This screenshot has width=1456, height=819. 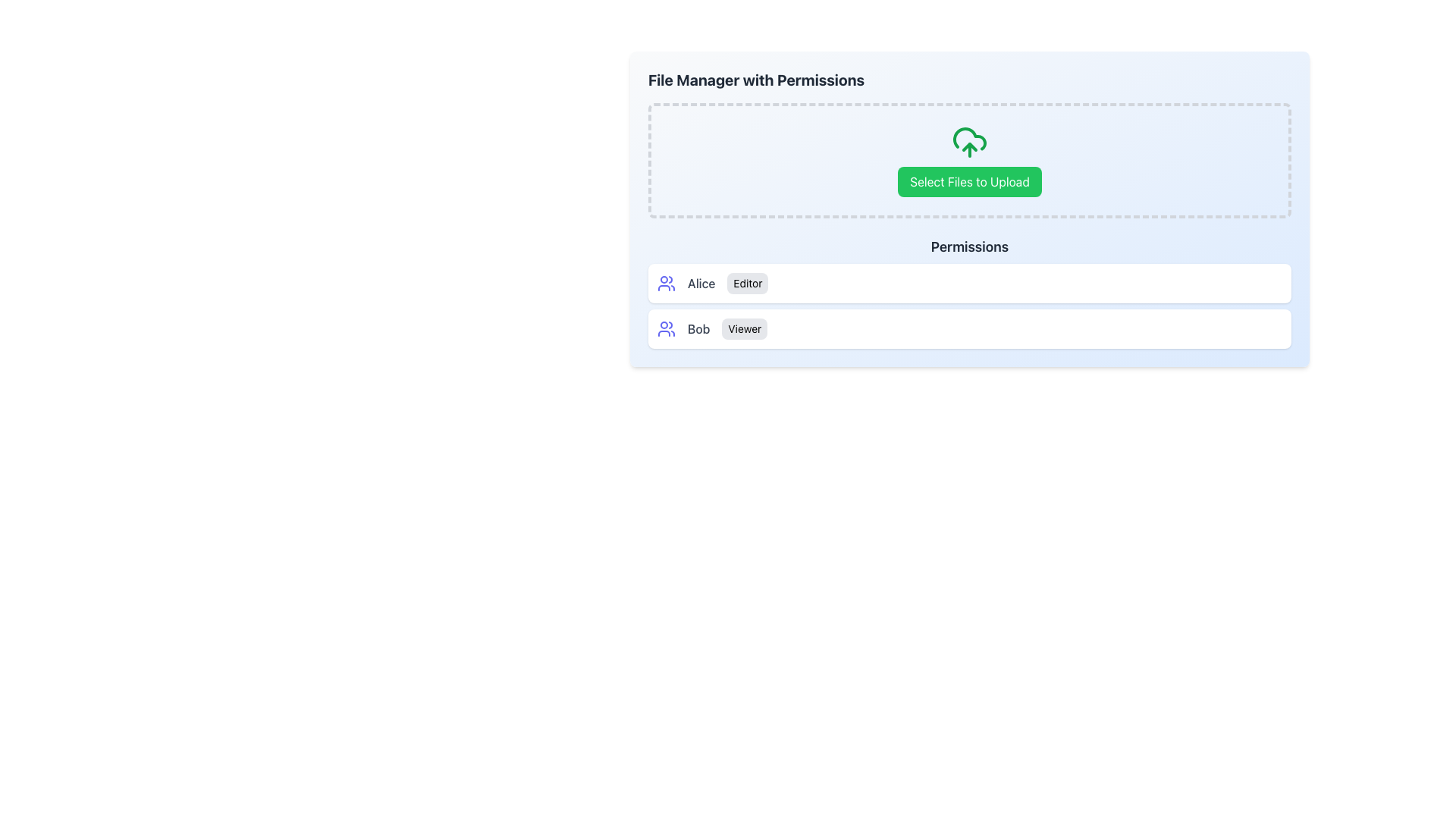 What do you see at coordinates (745, 328) in the screenshot?
I see `the static text label indicating the permission level assigned to user 'Bob', located in the permissions section of the interface to the right of the text label 'Bob'` at bounding box center [745, 328].